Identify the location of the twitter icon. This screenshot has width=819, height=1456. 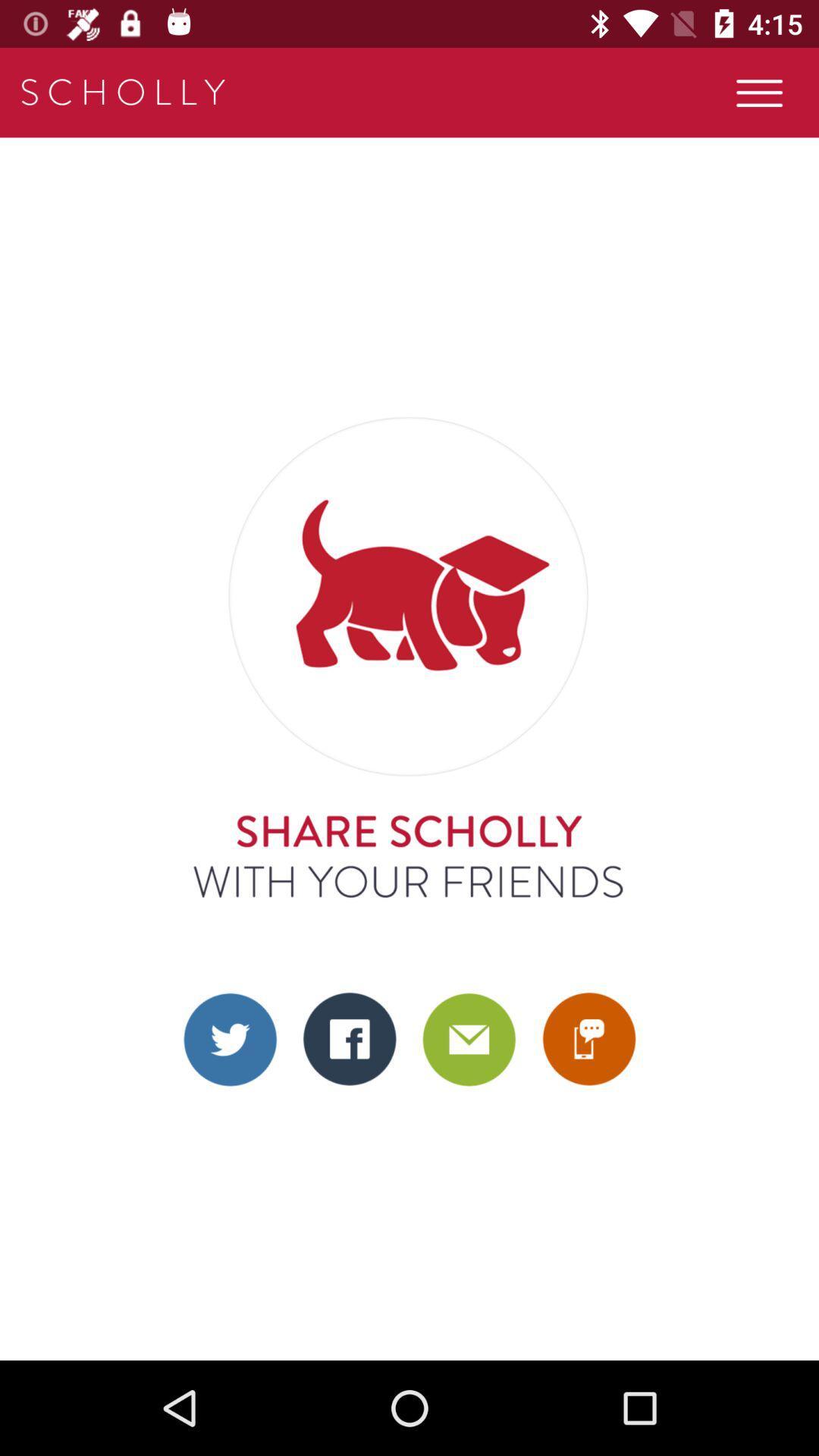
(230, 1038).